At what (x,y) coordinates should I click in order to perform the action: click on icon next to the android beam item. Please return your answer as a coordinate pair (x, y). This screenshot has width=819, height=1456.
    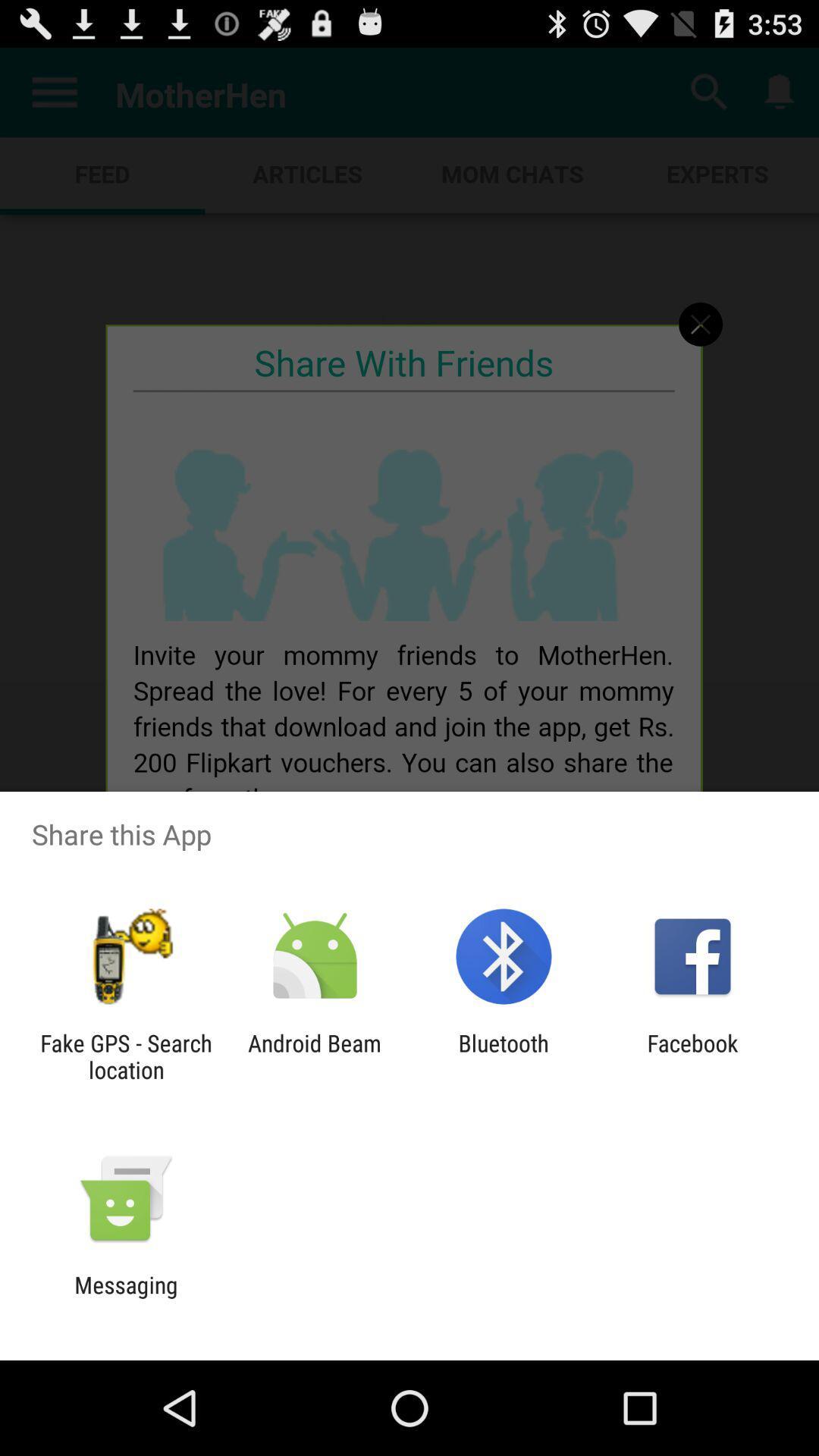
    Looking at the image, I should click on (504, 1056).